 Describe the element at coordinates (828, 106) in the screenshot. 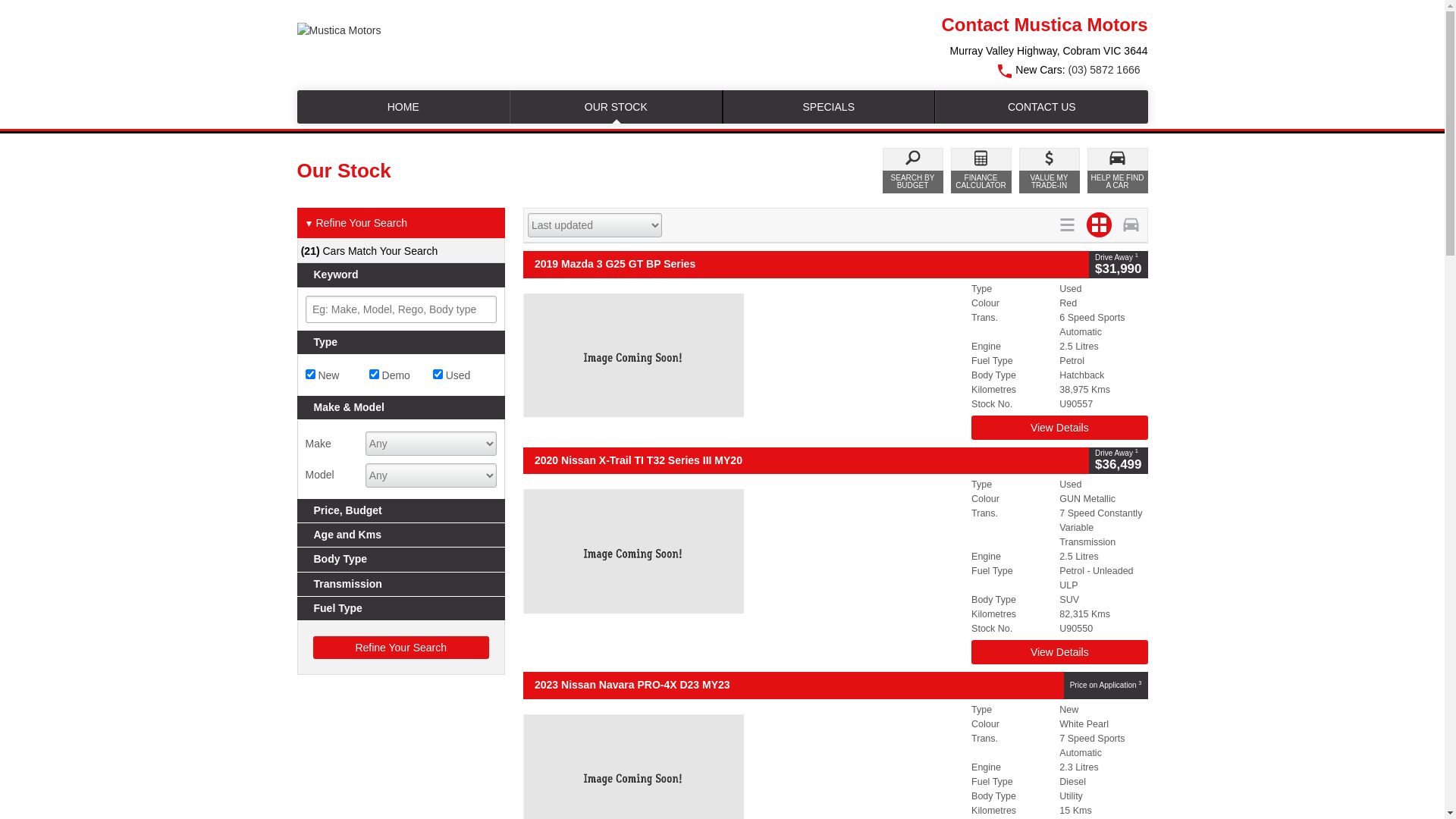

I see `'SPECIALS'` at that location.